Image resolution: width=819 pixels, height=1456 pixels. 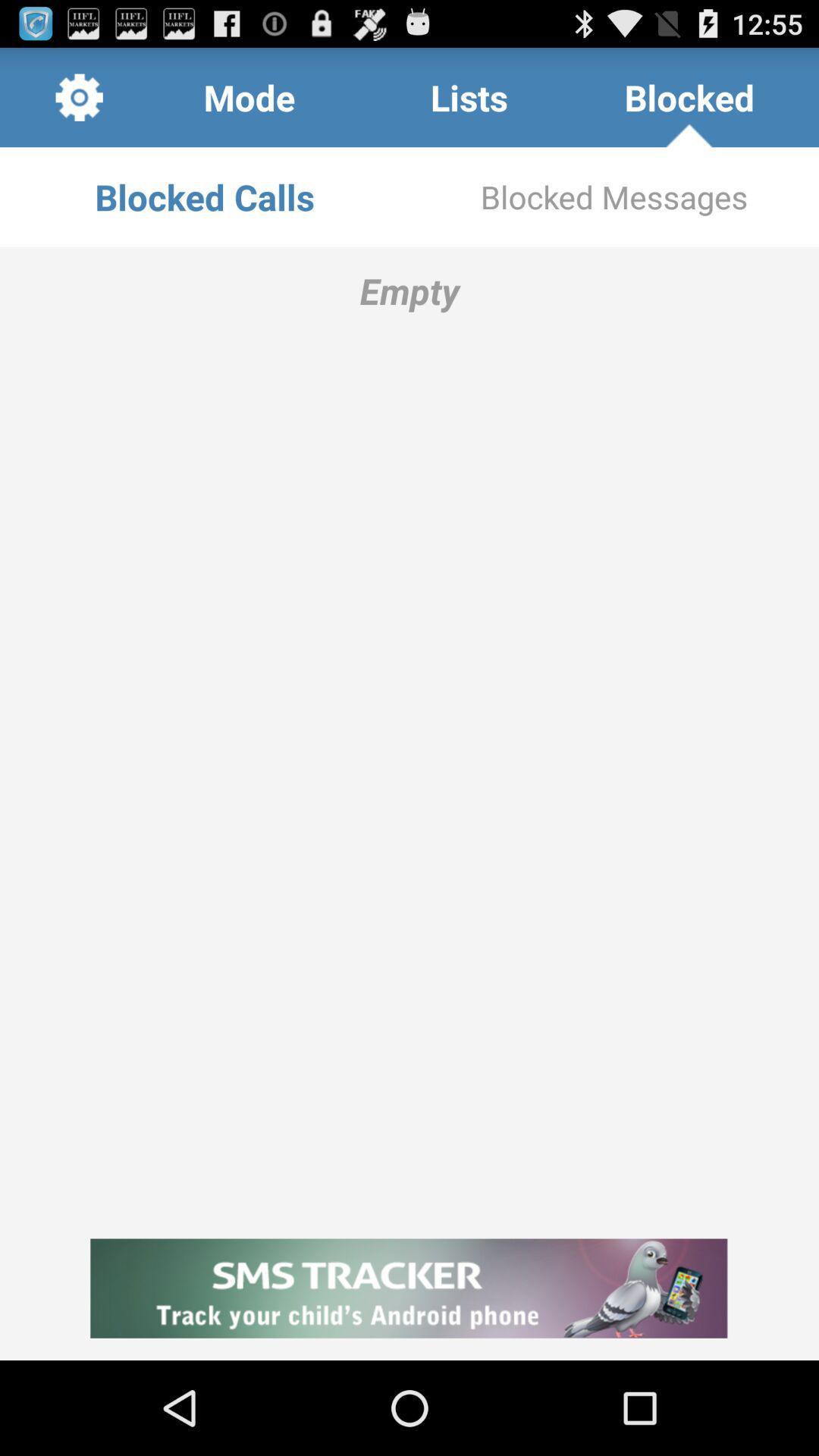 What do you see at coordinates (614, 196) in the screenshot?
I see `app next to the blocked calls icon` at bounding box center [614, 196].